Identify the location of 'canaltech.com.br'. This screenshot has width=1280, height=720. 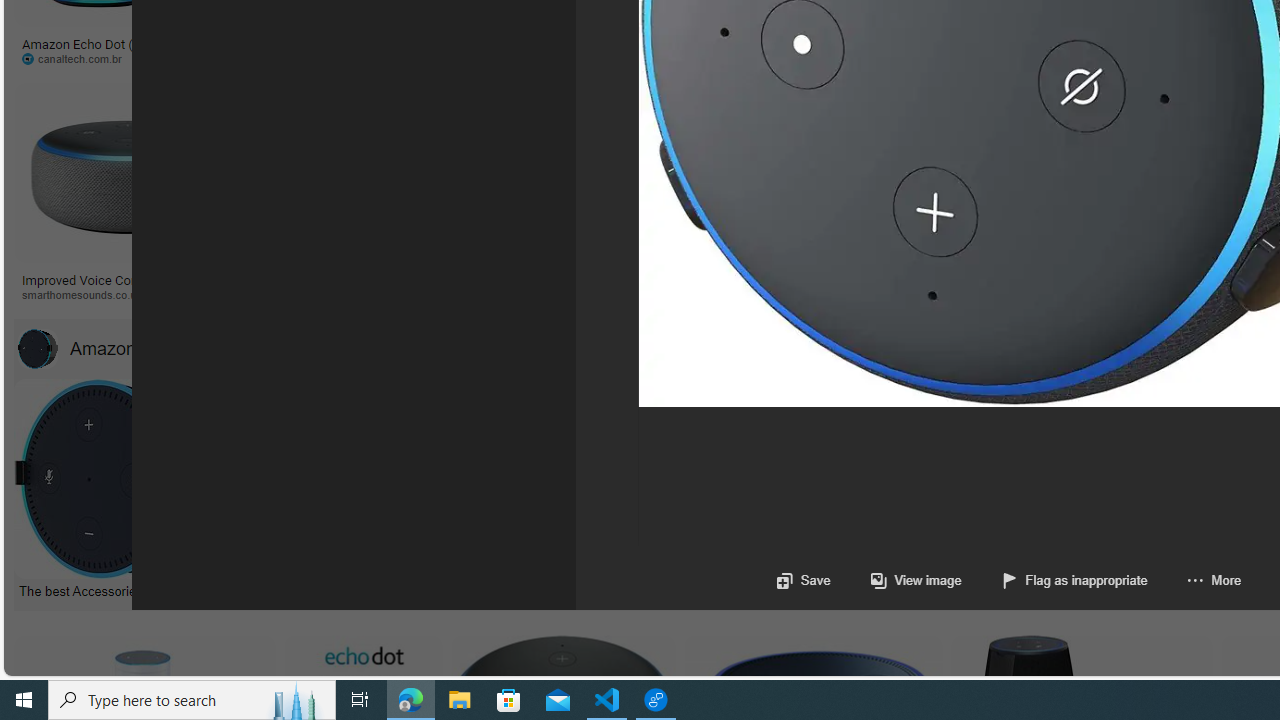
(96, 58).